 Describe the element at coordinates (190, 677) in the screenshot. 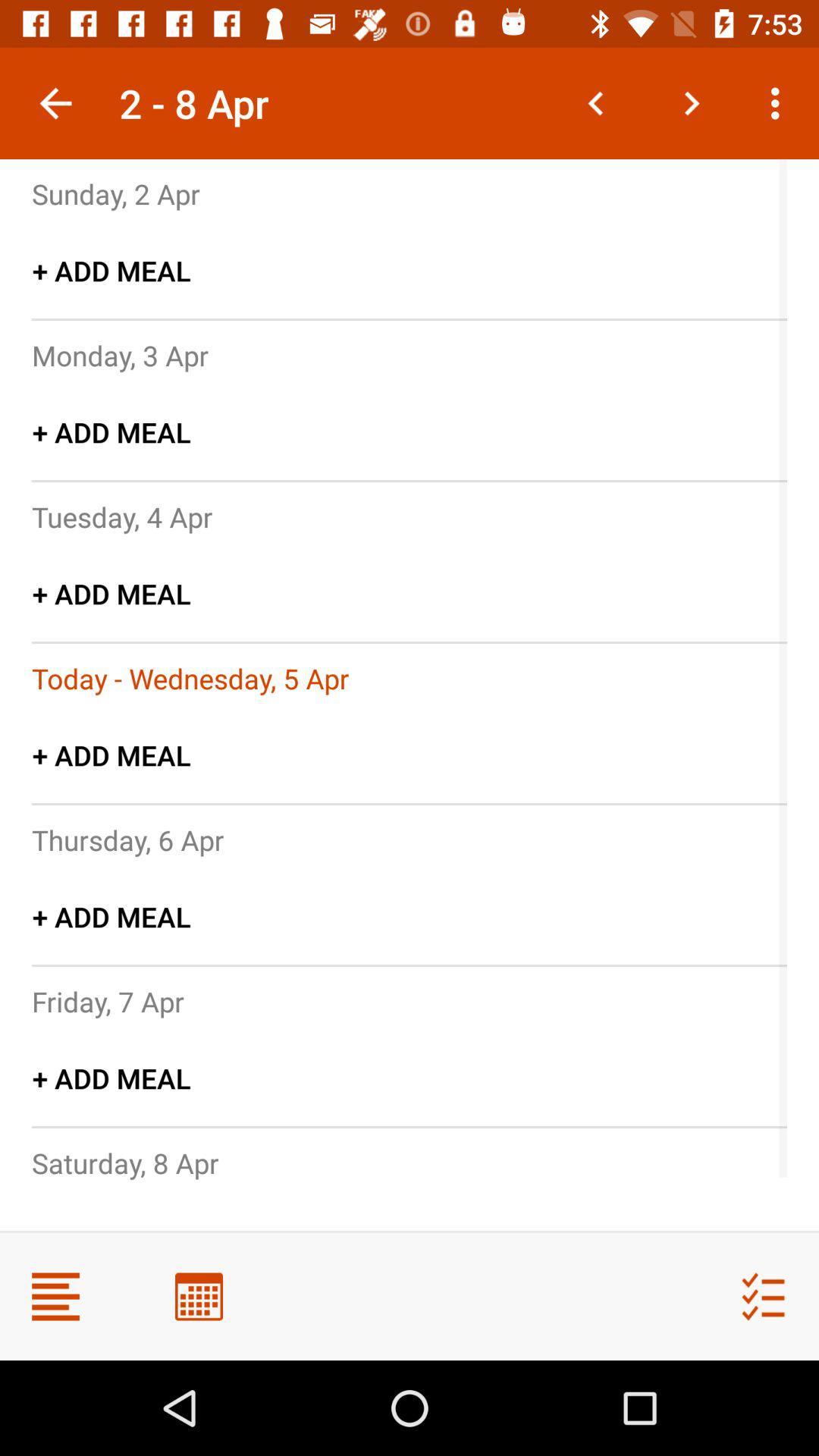

I see `icon below + add meal item` at that location.